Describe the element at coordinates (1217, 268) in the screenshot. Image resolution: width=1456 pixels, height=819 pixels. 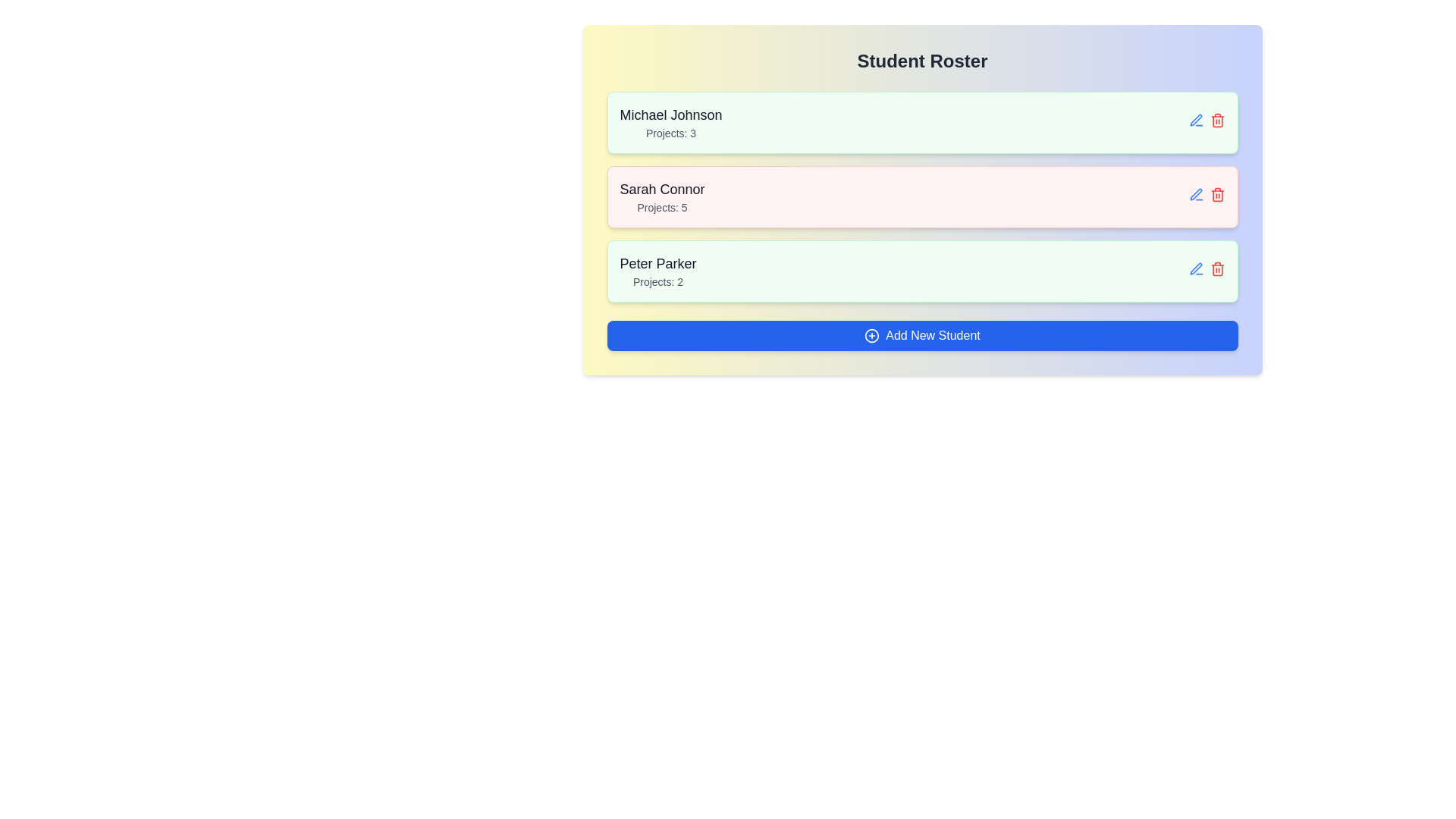
I see `the delete button for the student named Peter Parker` at that location.